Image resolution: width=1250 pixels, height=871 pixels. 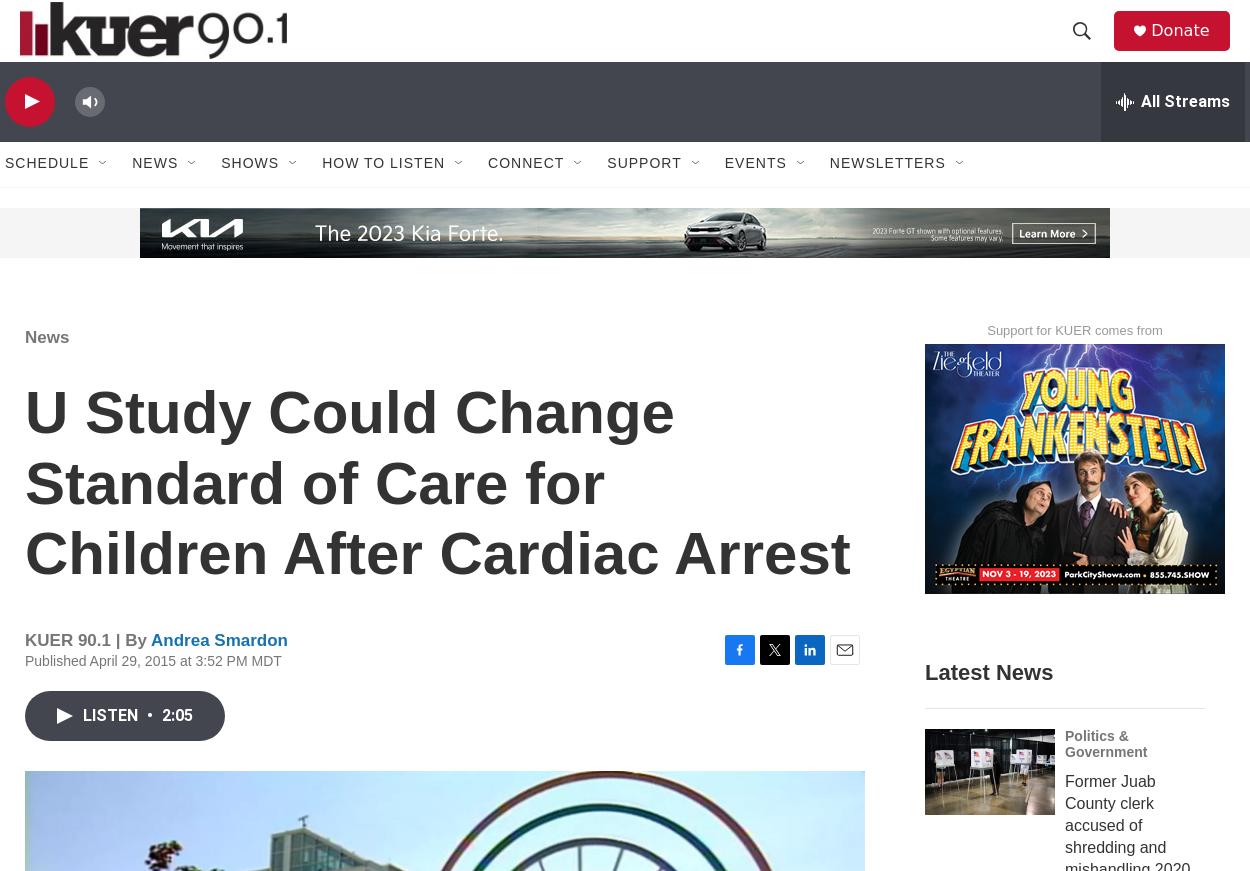 I want to click on 'Latest News', so click(x=988, y=714).